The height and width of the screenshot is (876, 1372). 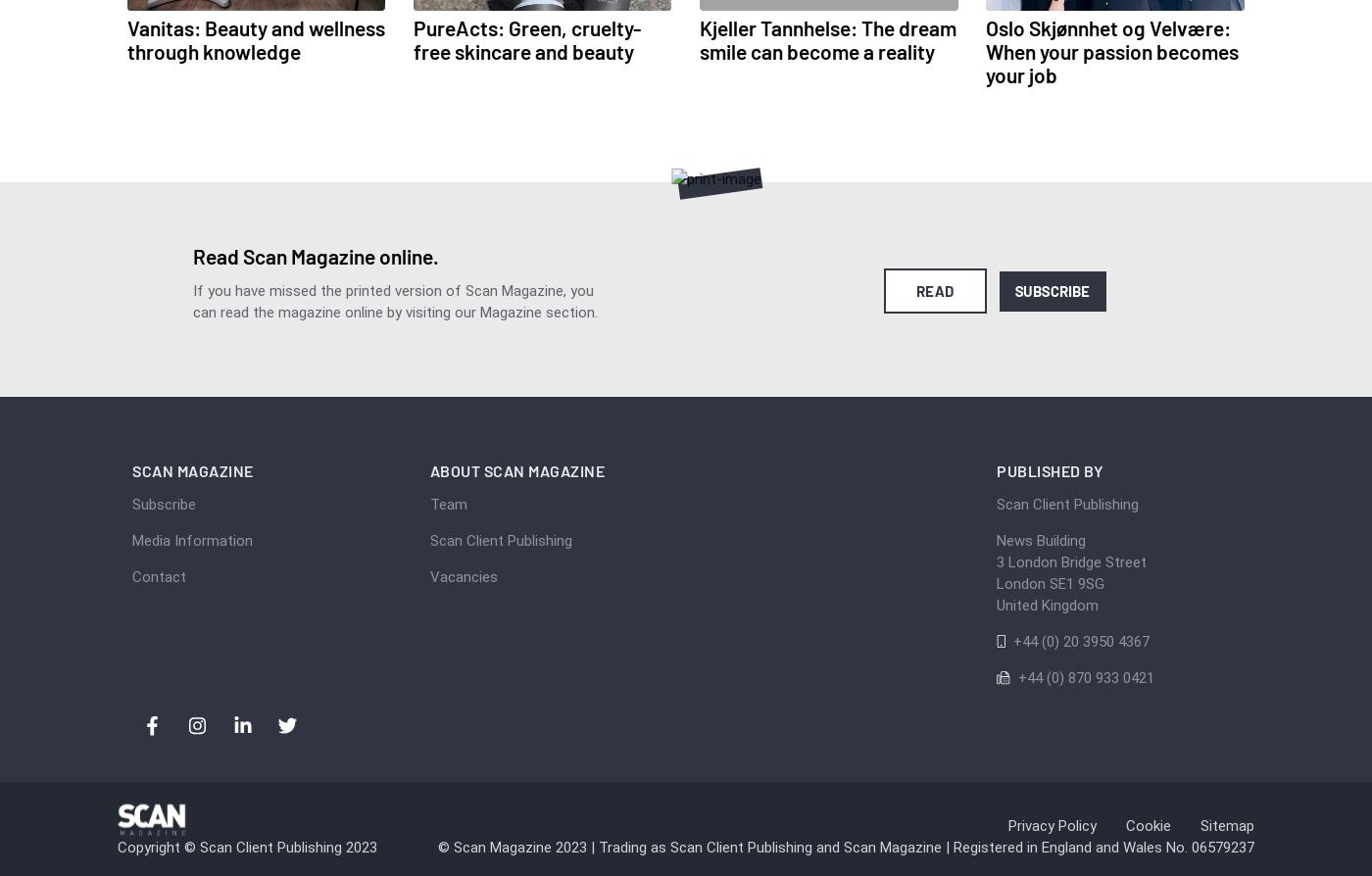 I want to click on 'If you have missed the printed version of Scan Magazine, you can read the magazine online by visiting our Magazine section.', so click(x=395, y=300).